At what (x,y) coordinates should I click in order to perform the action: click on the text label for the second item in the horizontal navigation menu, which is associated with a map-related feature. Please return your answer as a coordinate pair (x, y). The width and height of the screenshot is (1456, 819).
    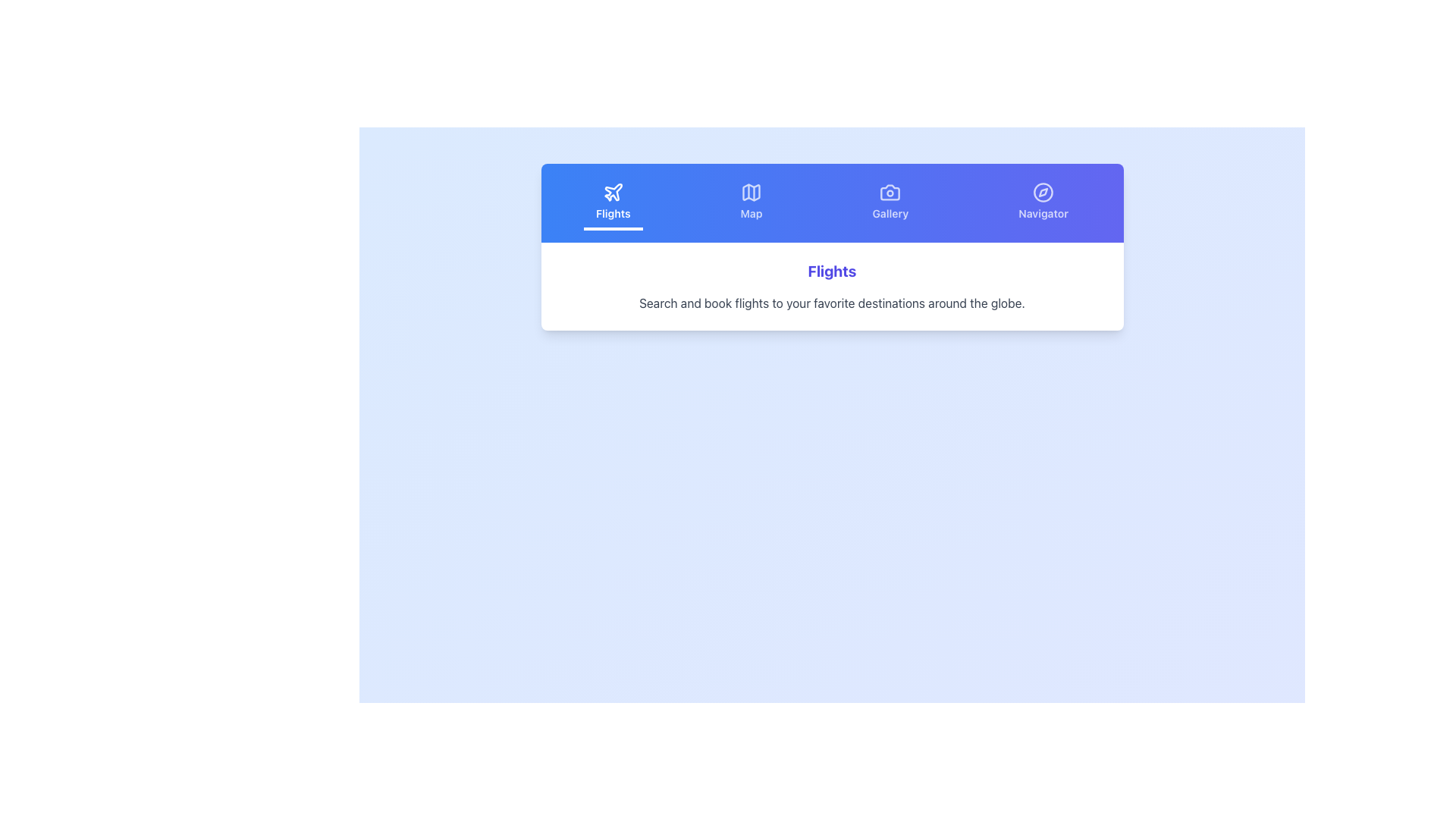
    Looking at the image, I should click on (752, 213).